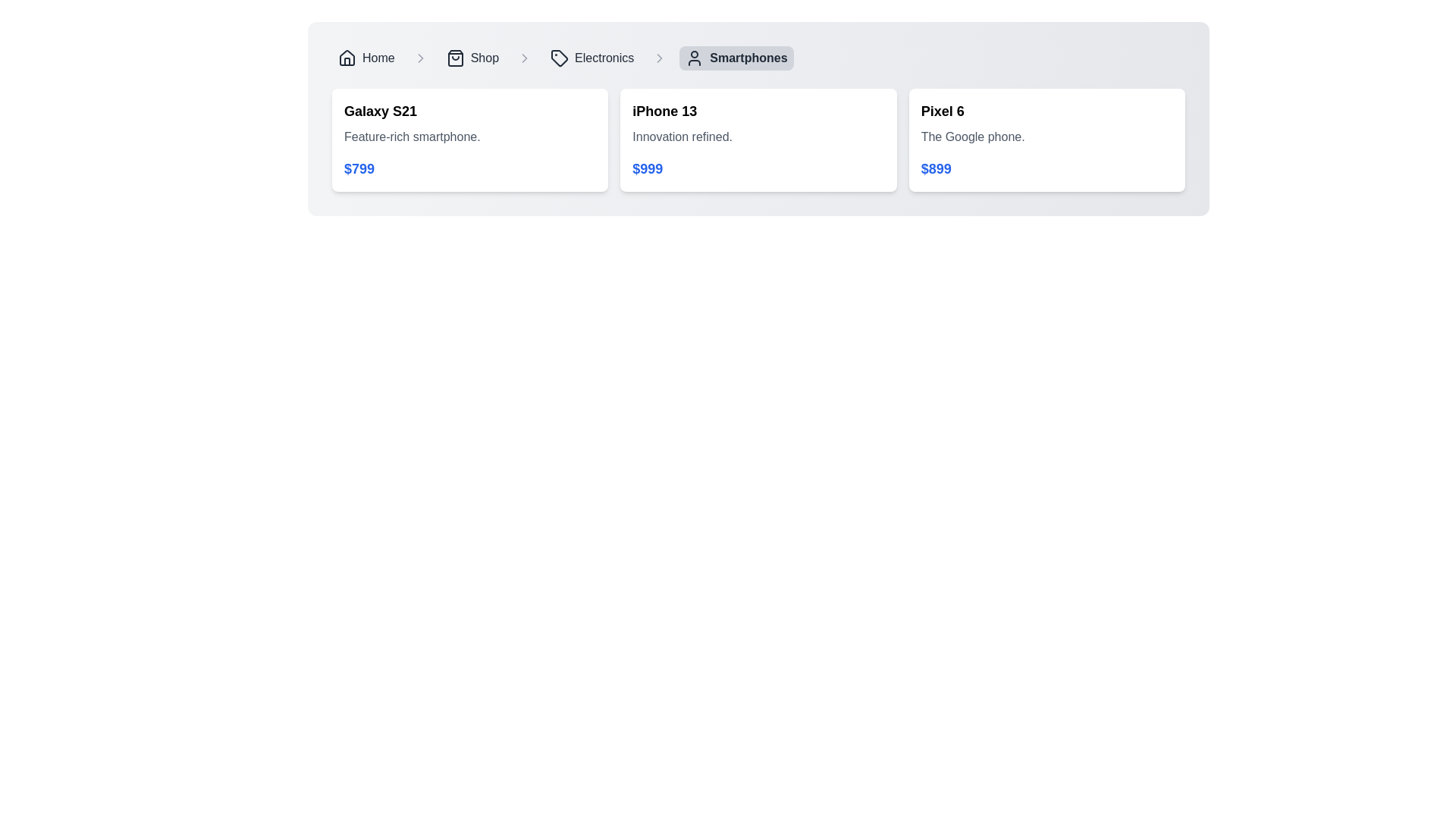 The height and width of the screenshot is (819, 1456). What do you see at coordinates (758, 140) in the screenshot?
I see `the Information Card displaying product details for the iPhone 13, which is the second card in a list of three cards` at bounding box center [758, 140].